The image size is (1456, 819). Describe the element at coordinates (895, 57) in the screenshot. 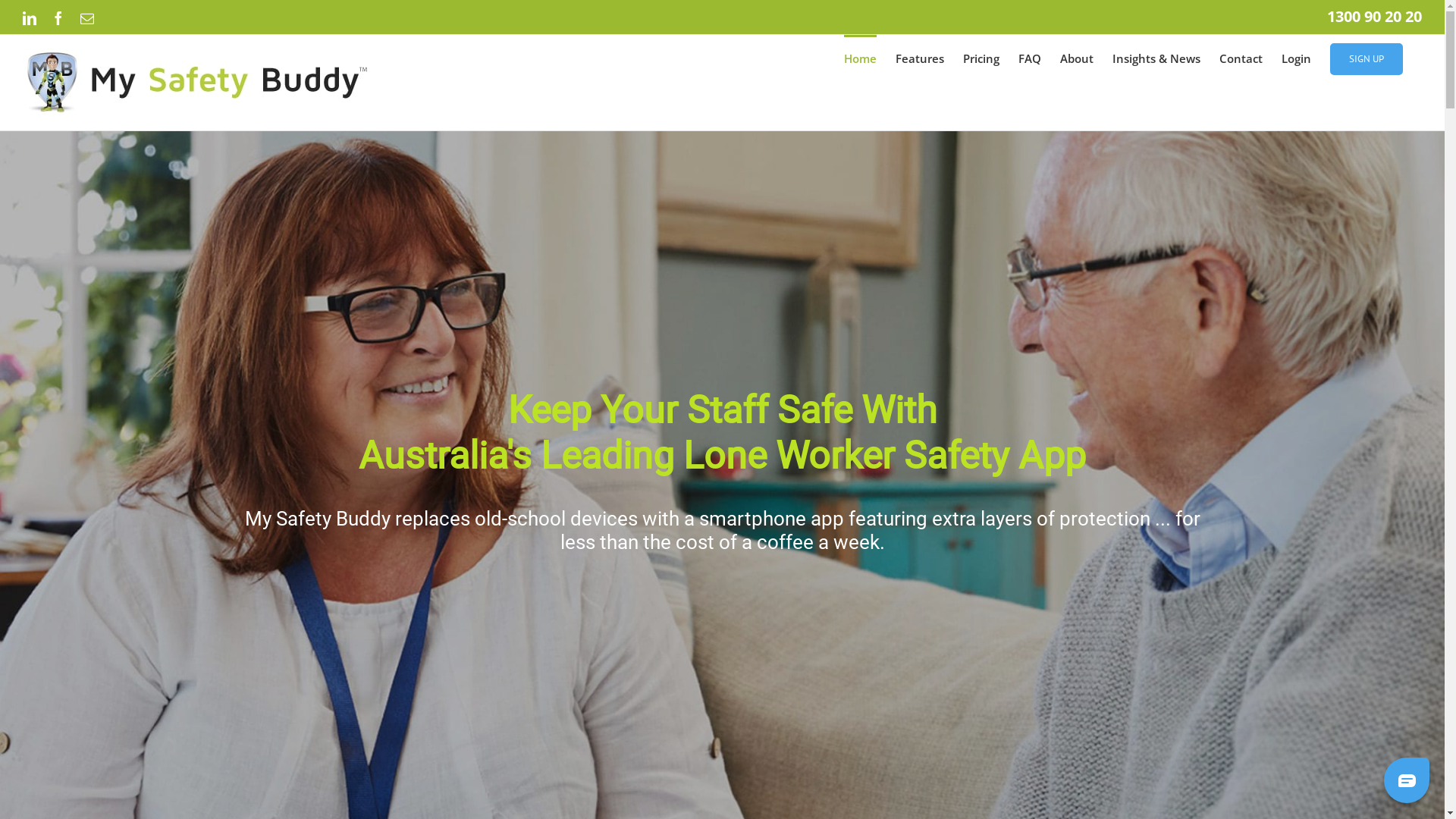

I see `'Features'` at that location.